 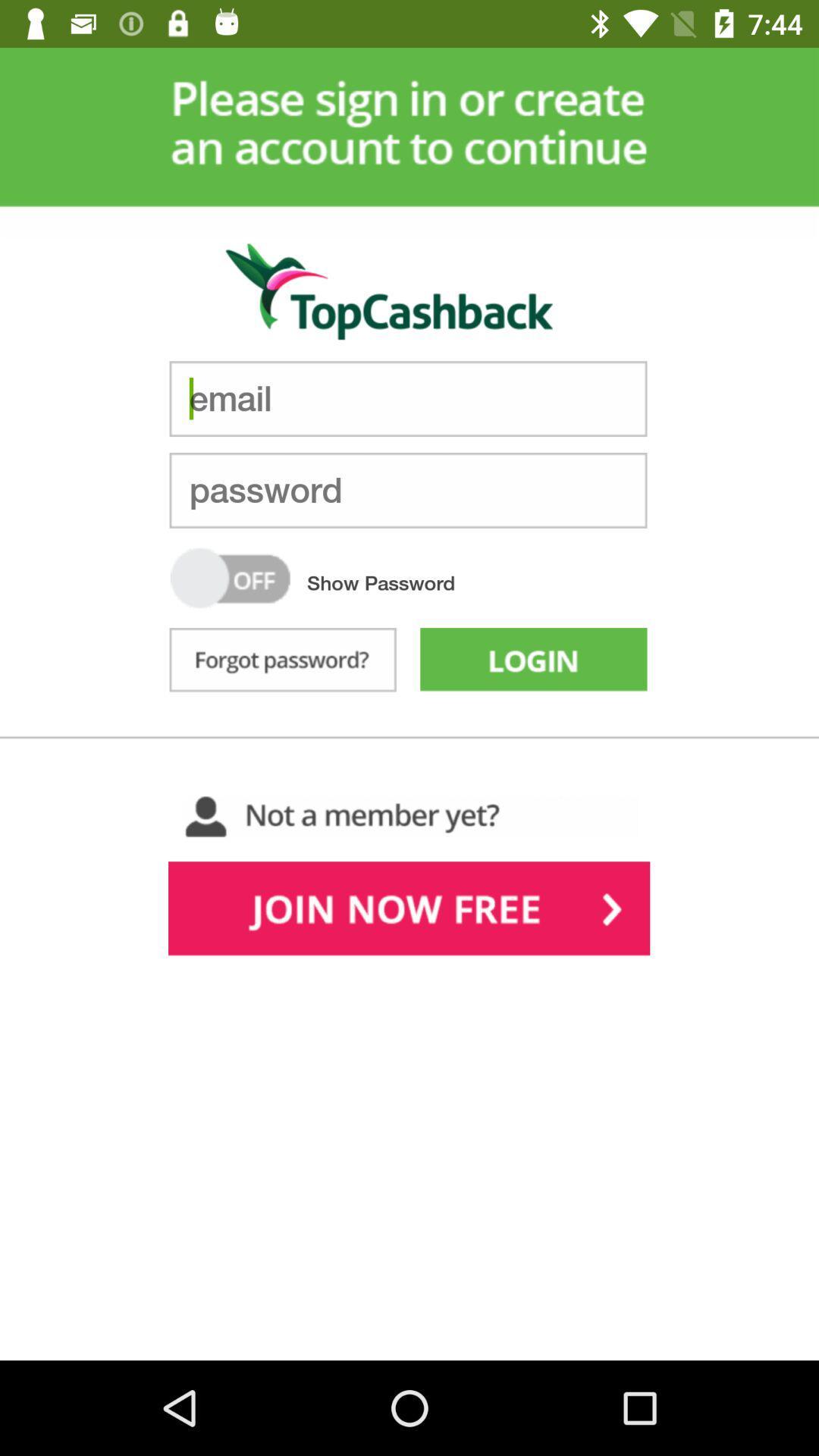 What do you see at coordinates (230, 577) in the screenshot?
I see `switchoff option` at bounding box center [230, 577].